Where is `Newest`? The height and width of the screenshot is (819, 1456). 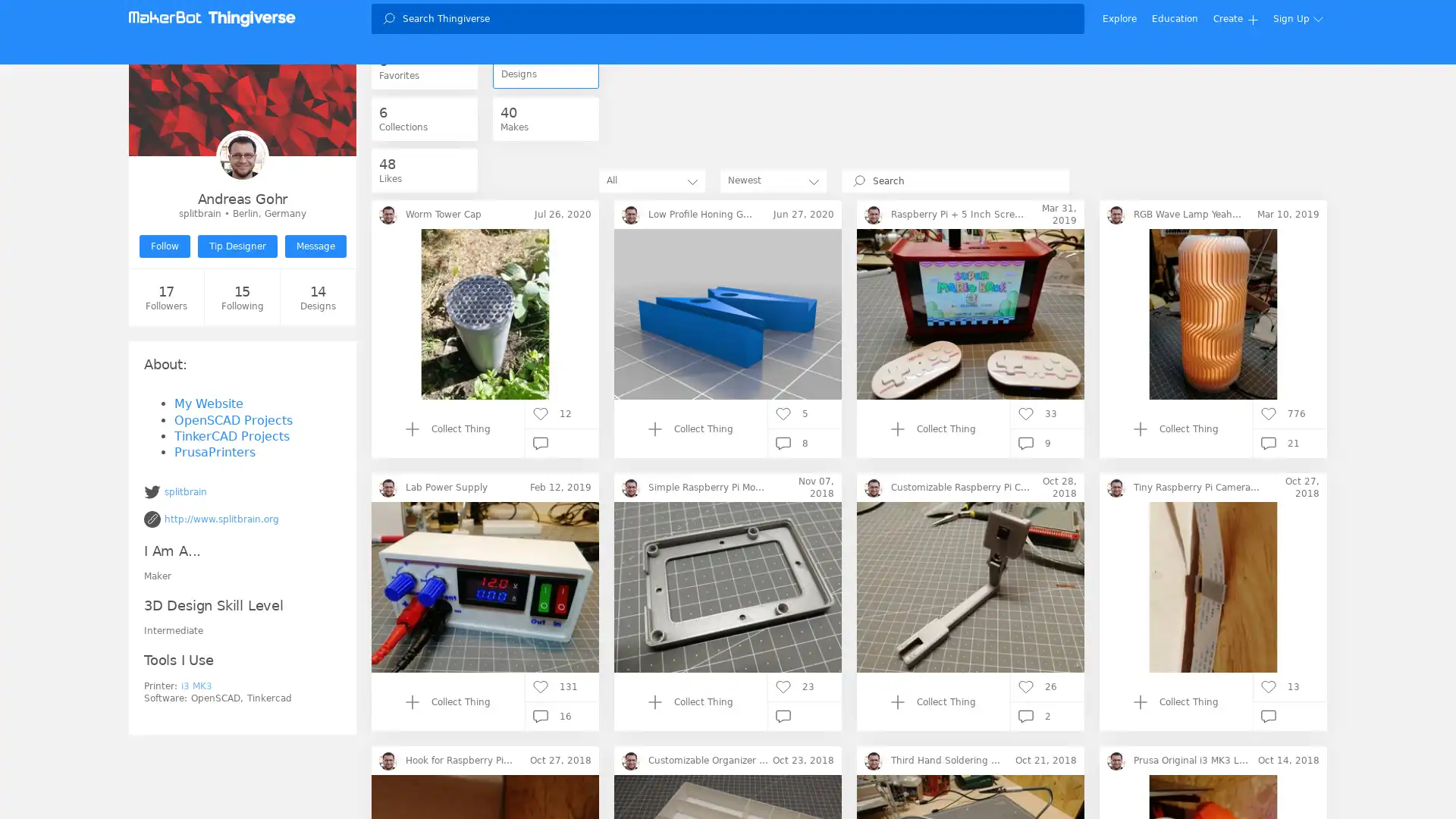
Newest is located at coordinates (773, 180).